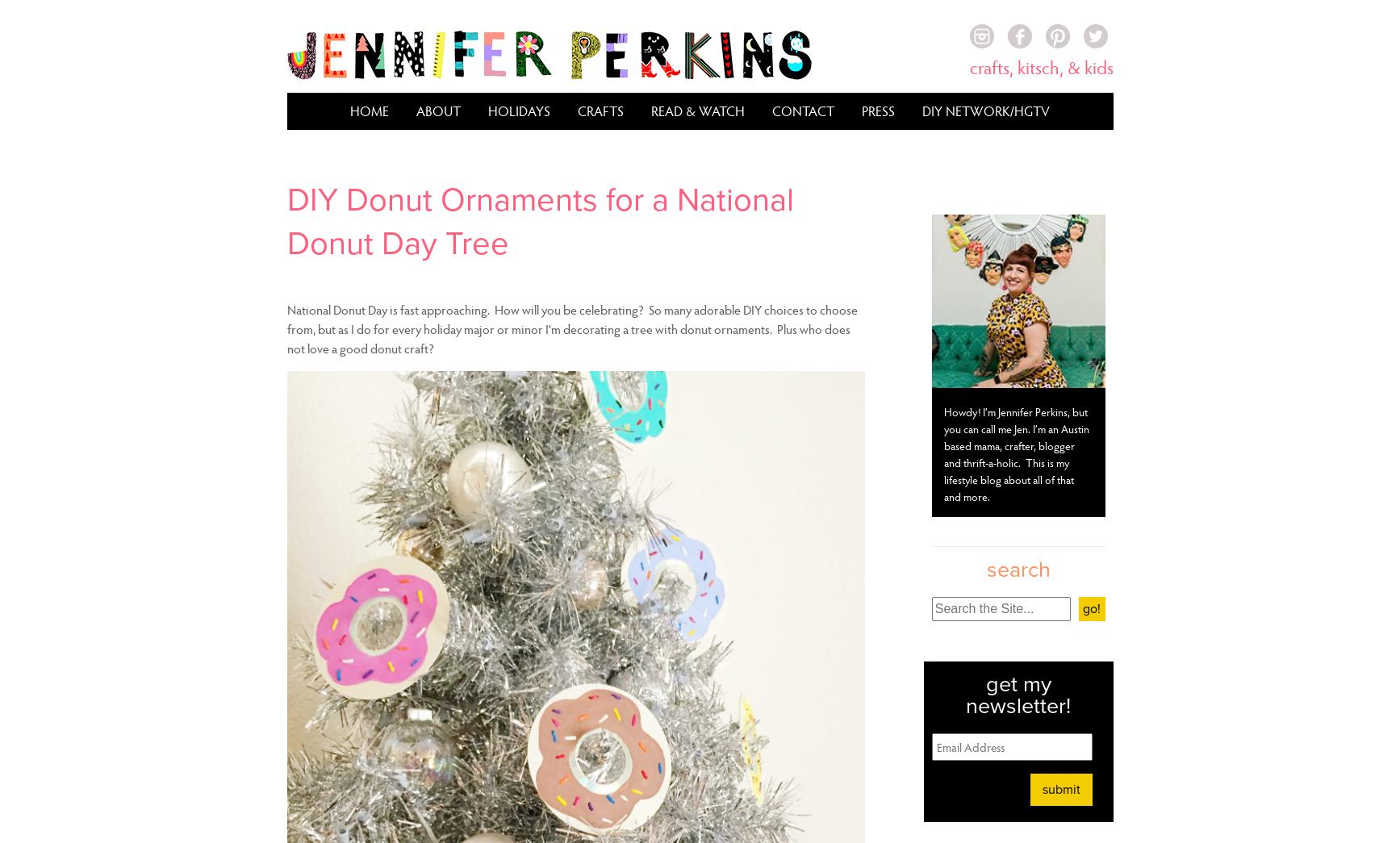 This screenshot has width=1400, height=843. I want to click on 'Home', so click(370, 110).